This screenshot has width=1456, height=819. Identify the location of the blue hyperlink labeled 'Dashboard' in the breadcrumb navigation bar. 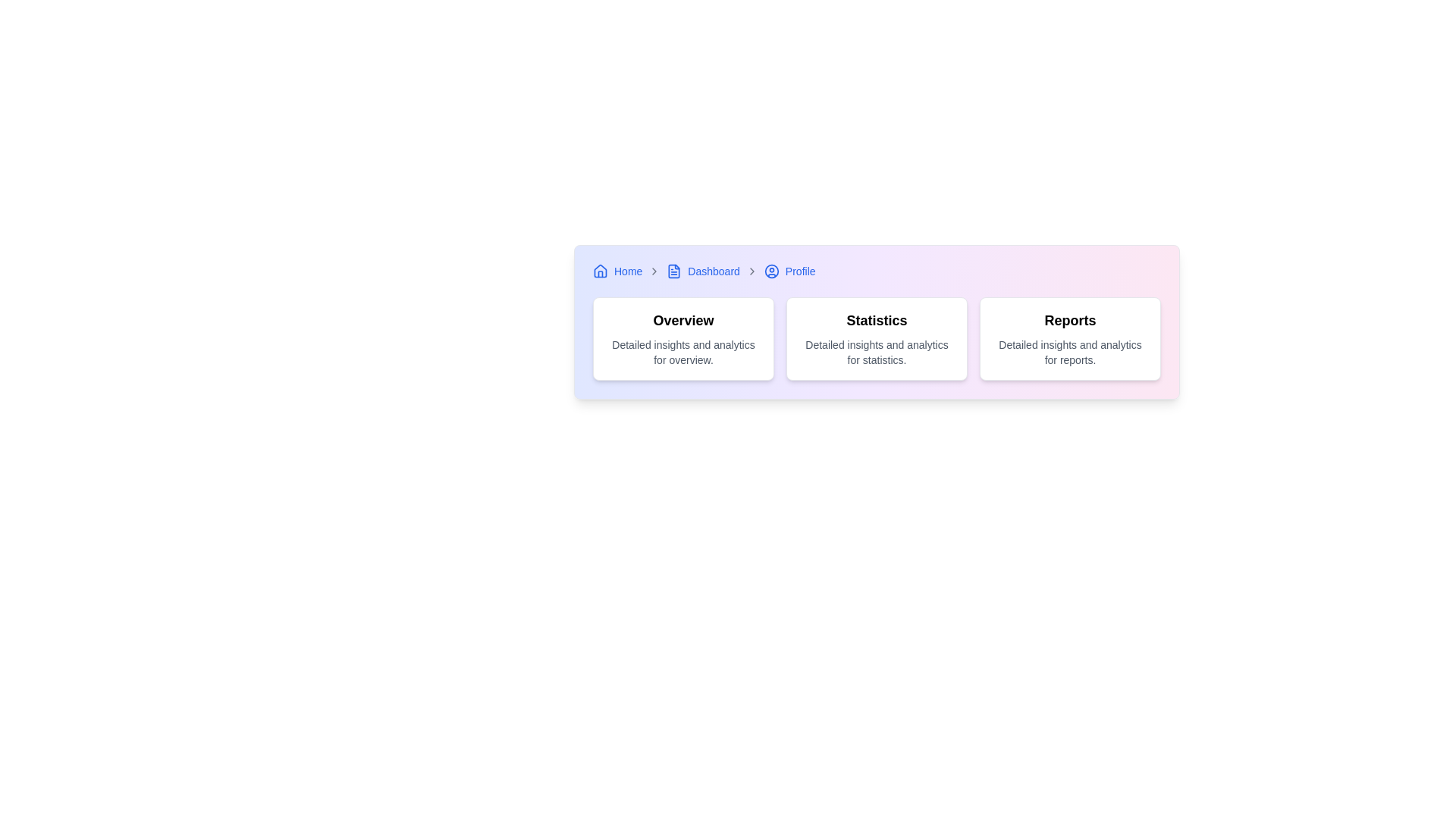
(713, 271).